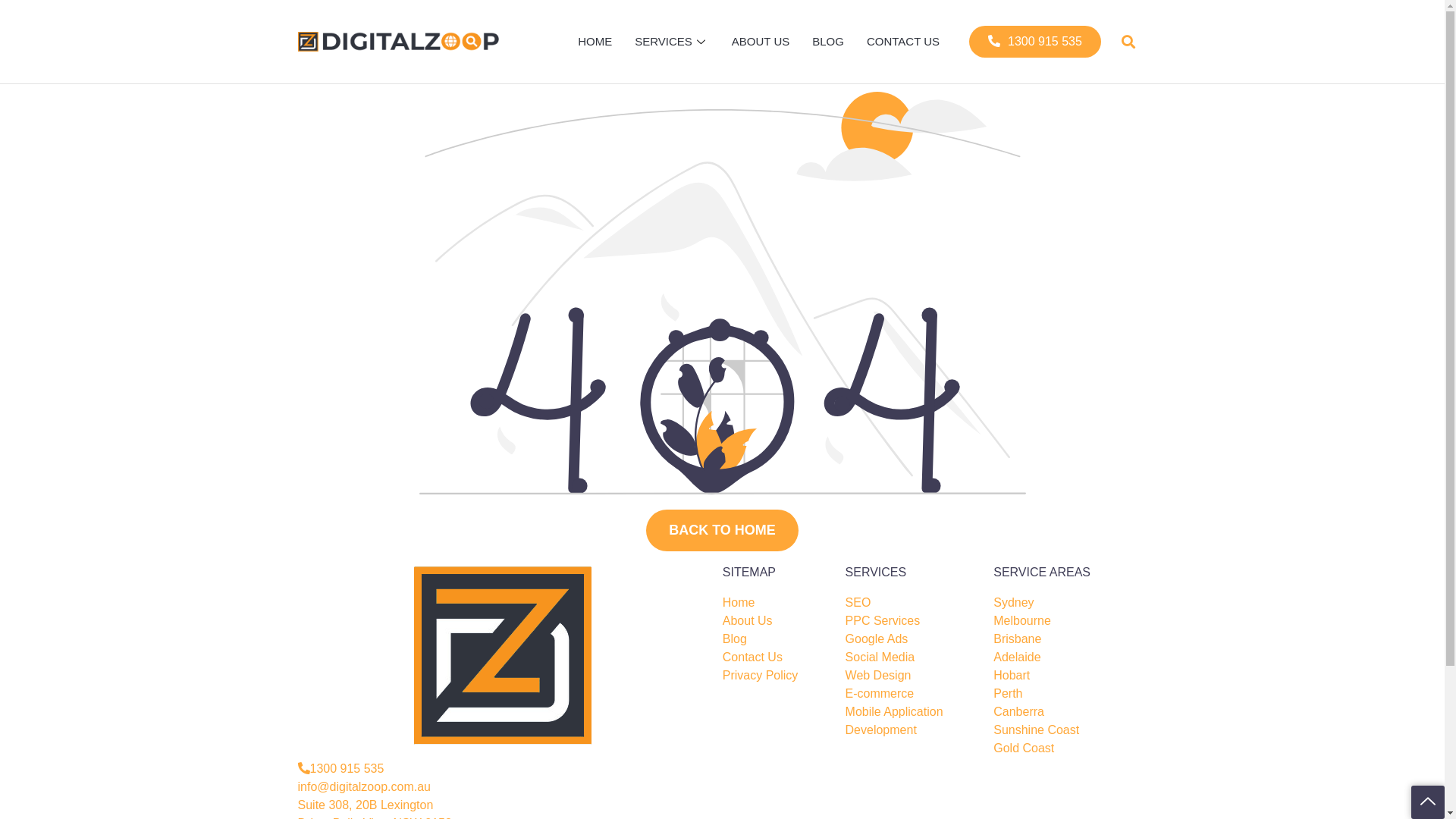 Image resolution: width=1456 pixels, height=819 pixels. I want to click on 'E-commerce', so click(880, 693).